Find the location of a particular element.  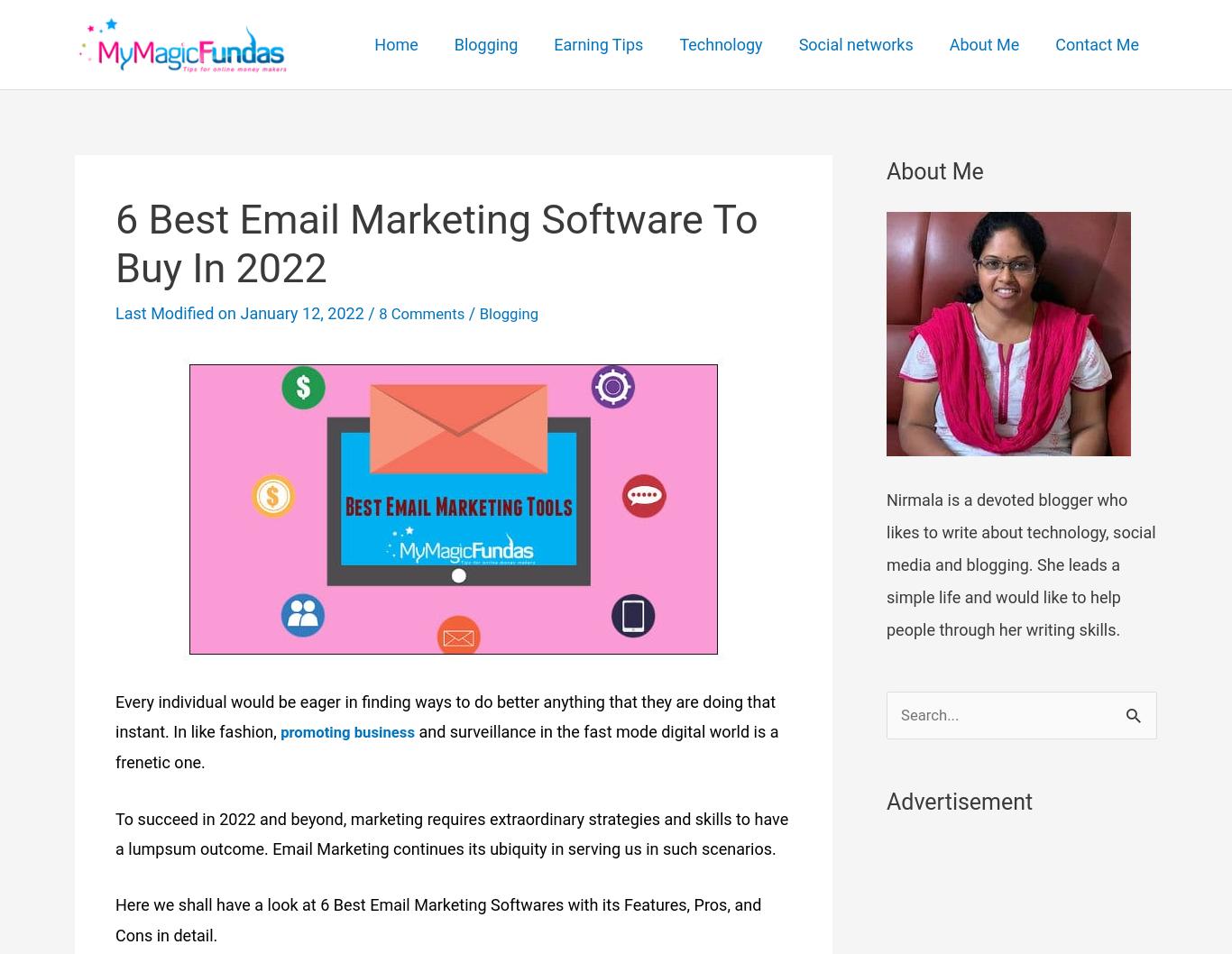

'8 Comments' is located at coordinates (424, 312).